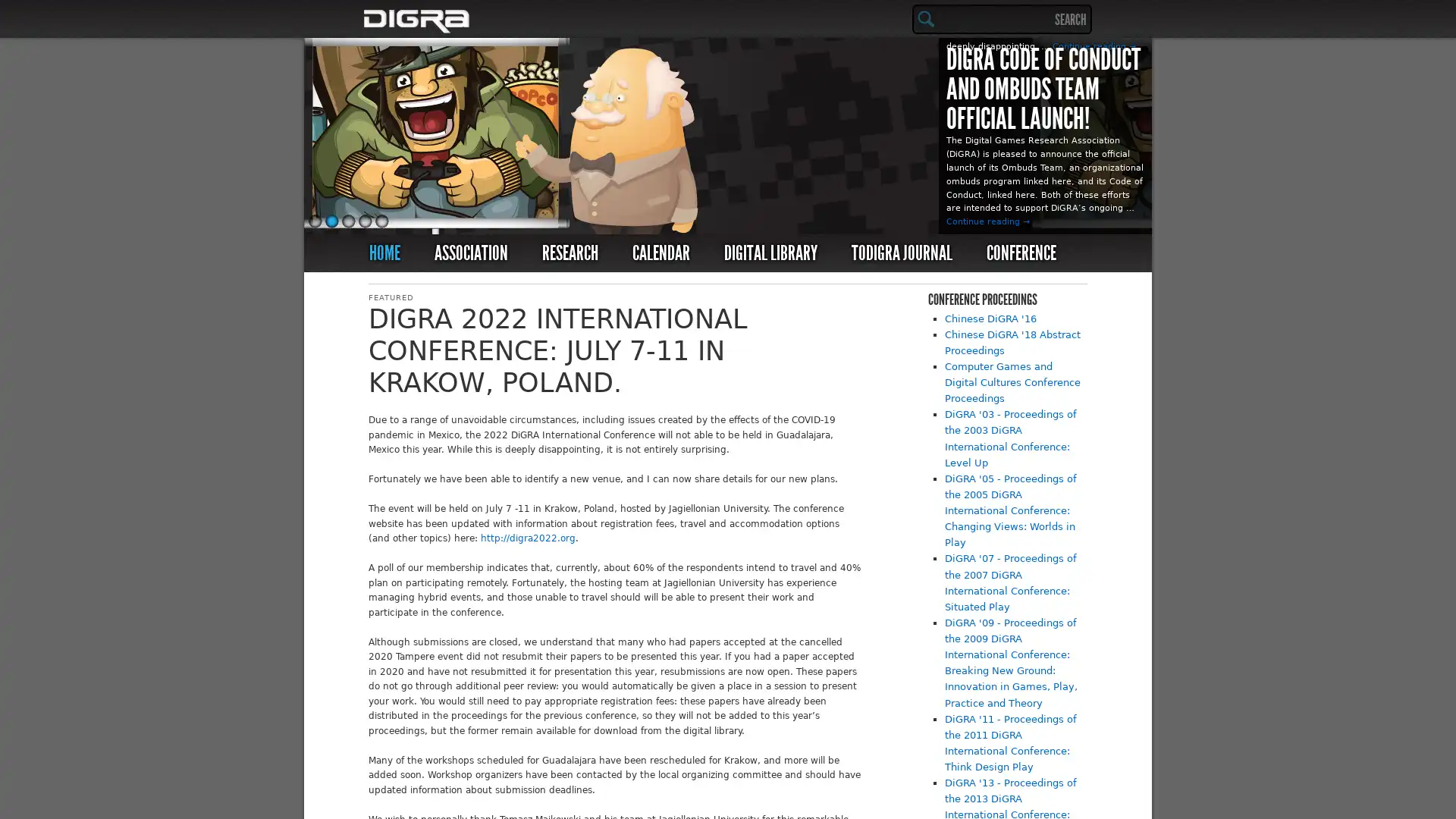 Image resolution: width=1456 pixels, height=819 pixels. Describe the element at coordinates (925, 19) in the screenshot. I see `Search` at that location.